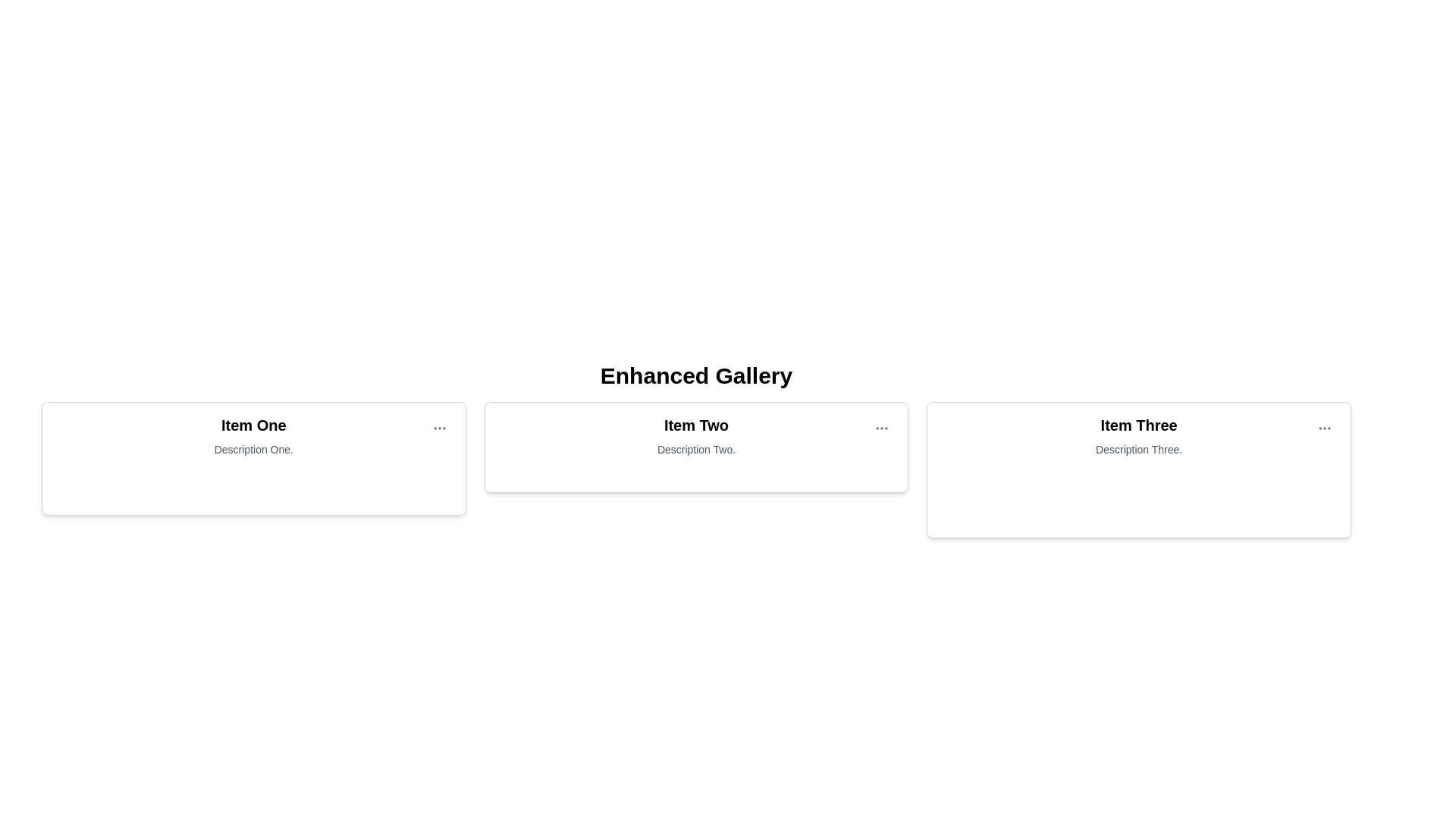 The width and height of the screenshot is (1456, 819). What do you see at coordinates (882, 428) in the screenshot?
I see `the ellipsis icon in the top-right corner of the 'Item Two' card` at bounding box center [882, 428].